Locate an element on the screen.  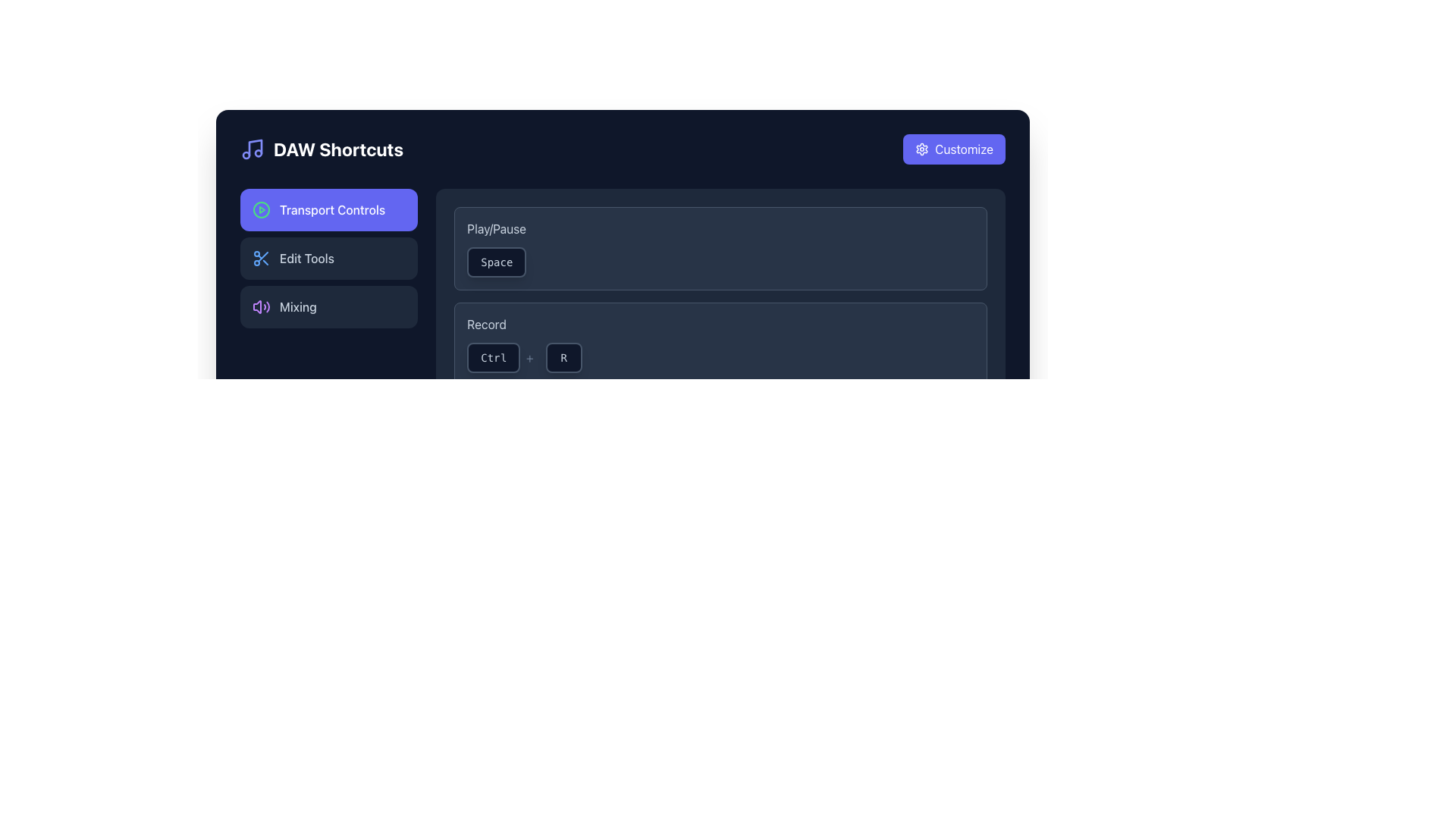
the gear icon located in the top-right corner of the interface, immediately to the left of the text 'Customize' is located at coordinates (921, 149).